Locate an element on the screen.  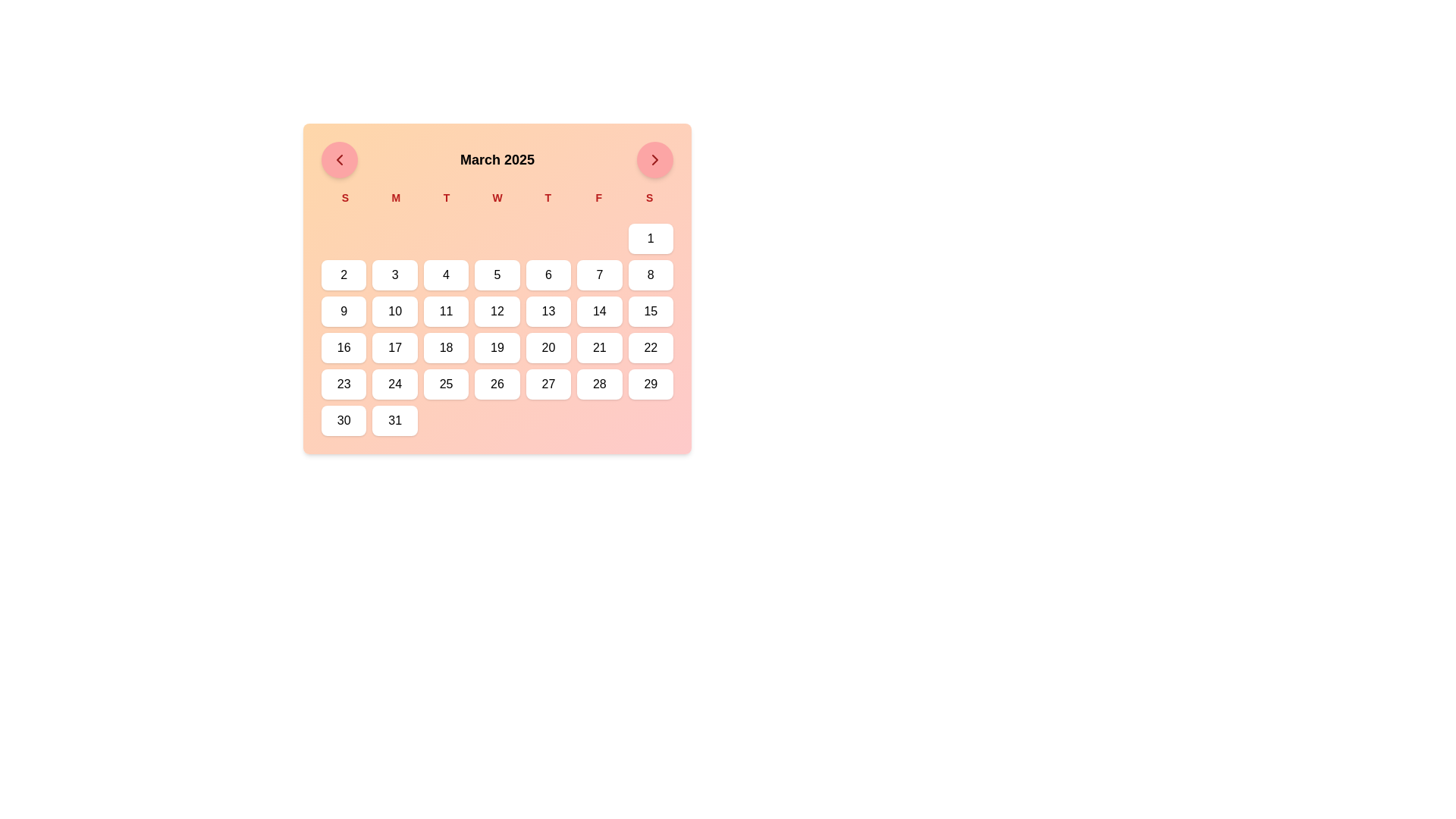
the button representing the fourth day of the current displayed calendar month, located in the third row and fourth column of the calendar grid under the label 'S' for Wednesday is located at coordinates (445, 275).